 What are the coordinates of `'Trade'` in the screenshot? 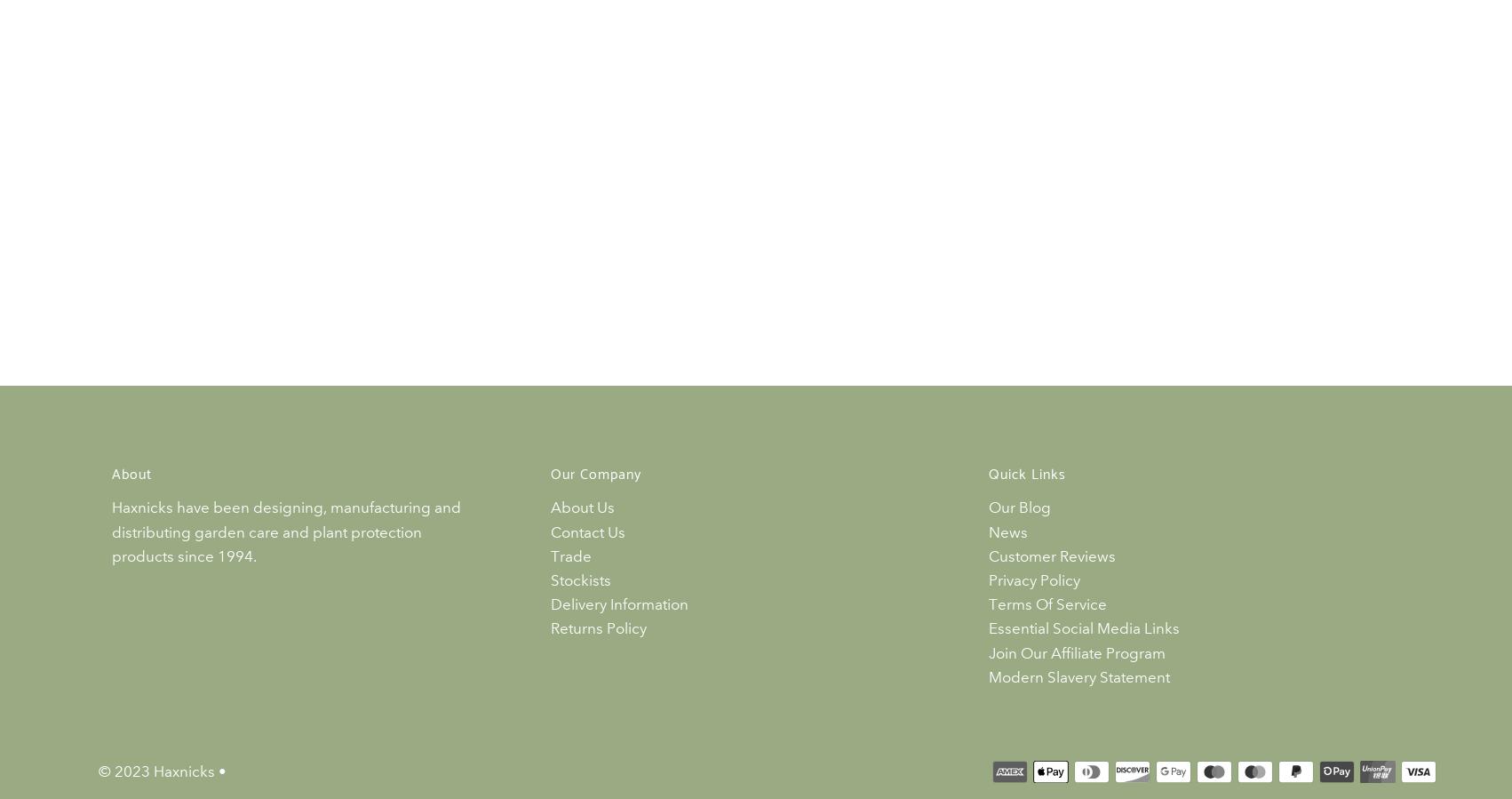 It's located at (569, 555).